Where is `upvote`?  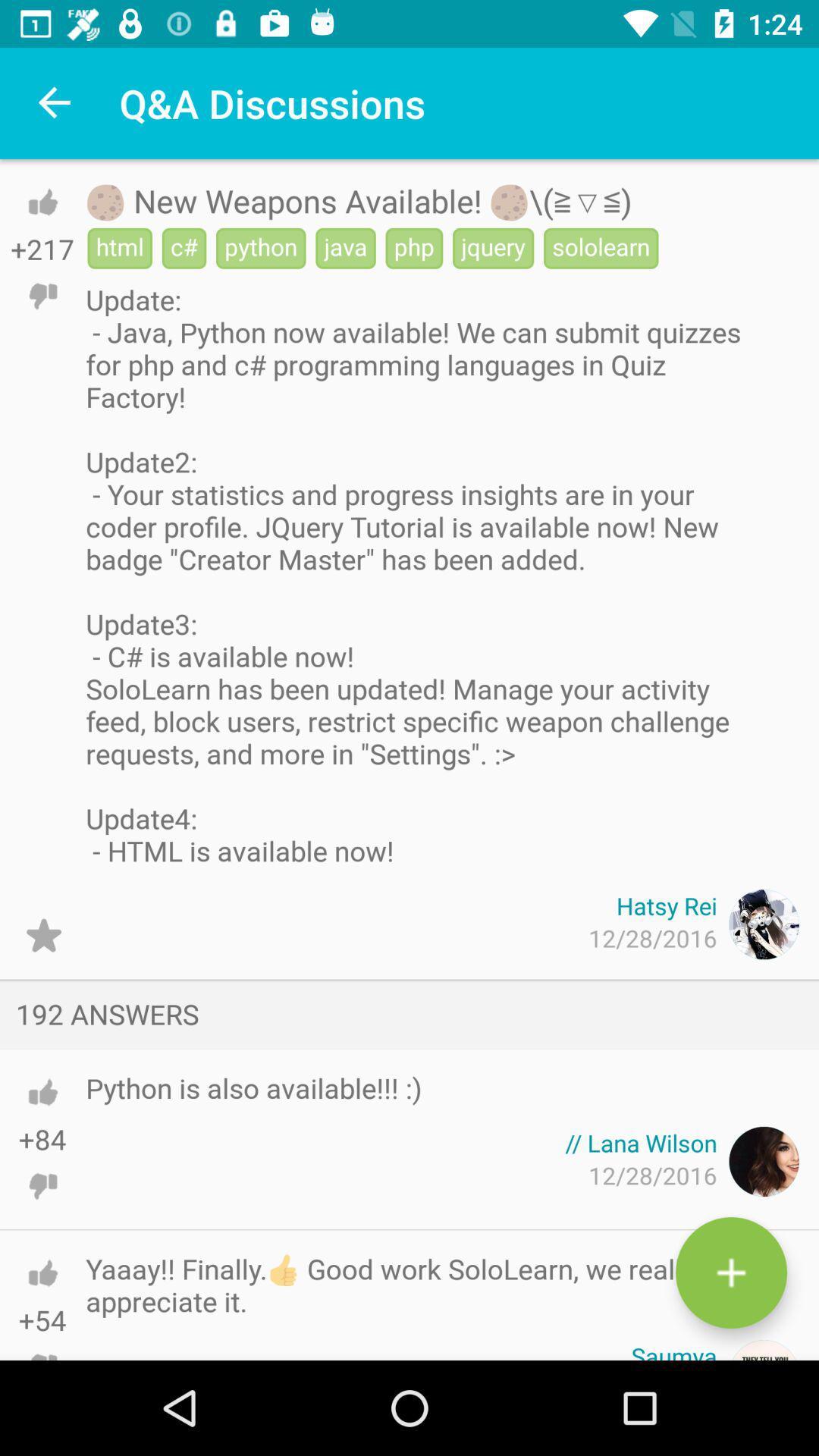 upvote is located at coordinates (42, 1272).